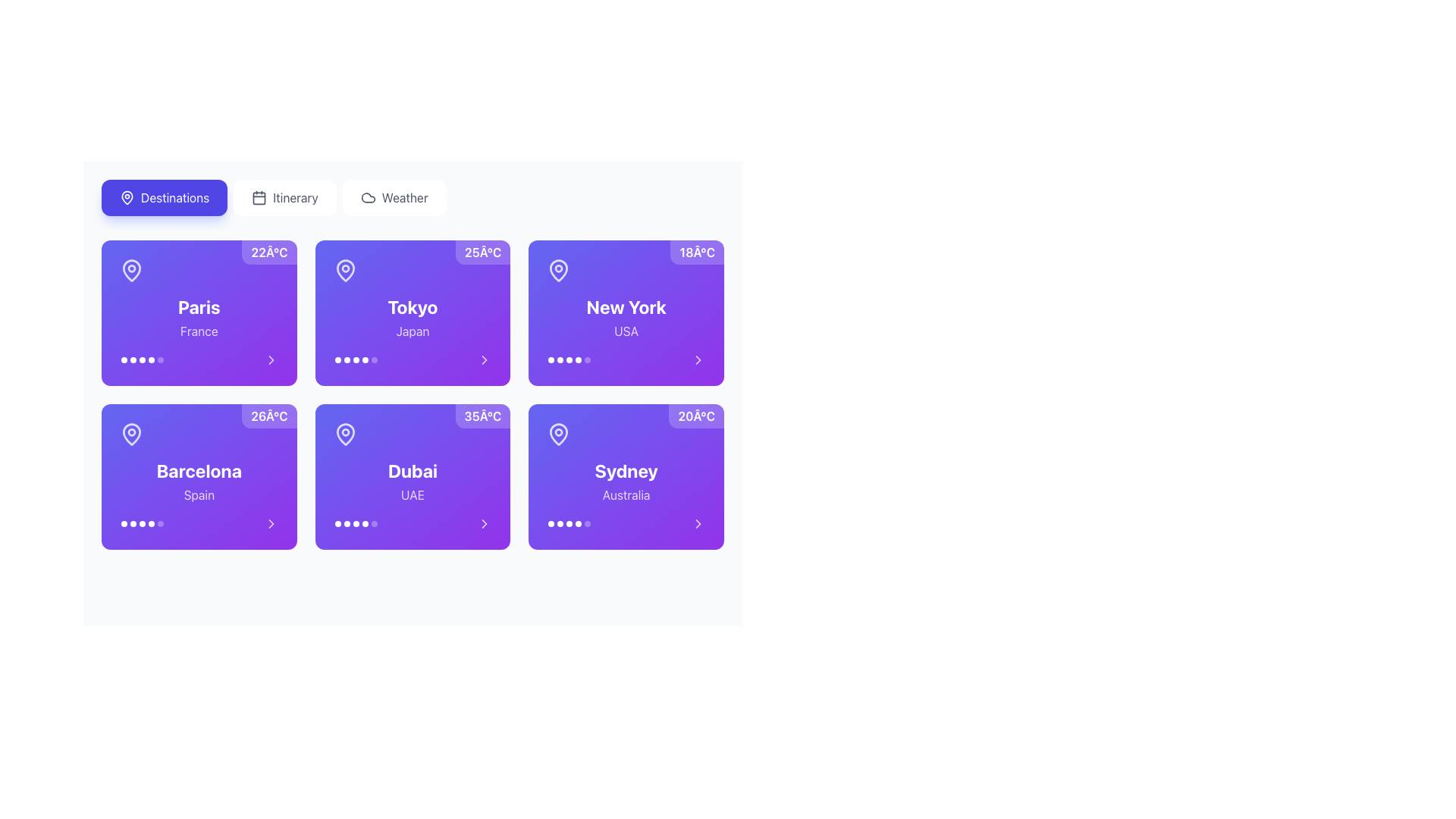 This screenshot has height=819, width=1456. What do you see at coordinates (269, 416) in the screenshot?
I see `the text label displaying '26°C' in white, bold font, located at the top-right corner of the purple card for 'Barcelona, Spain'` at bounding box center [269, 416].